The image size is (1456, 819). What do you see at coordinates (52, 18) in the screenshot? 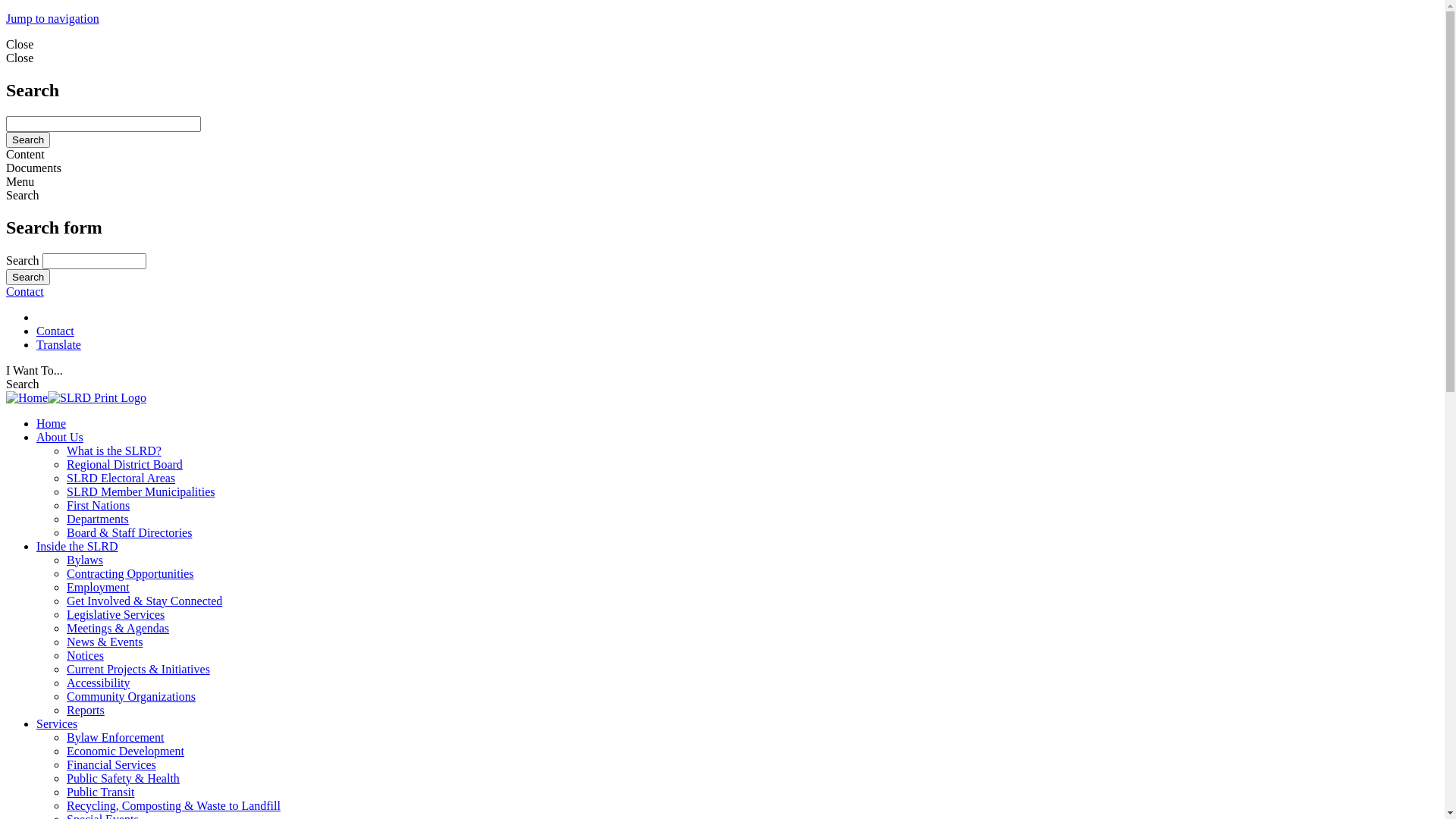
I see `'Jump to navigation'` at bounding box center [52, 18].